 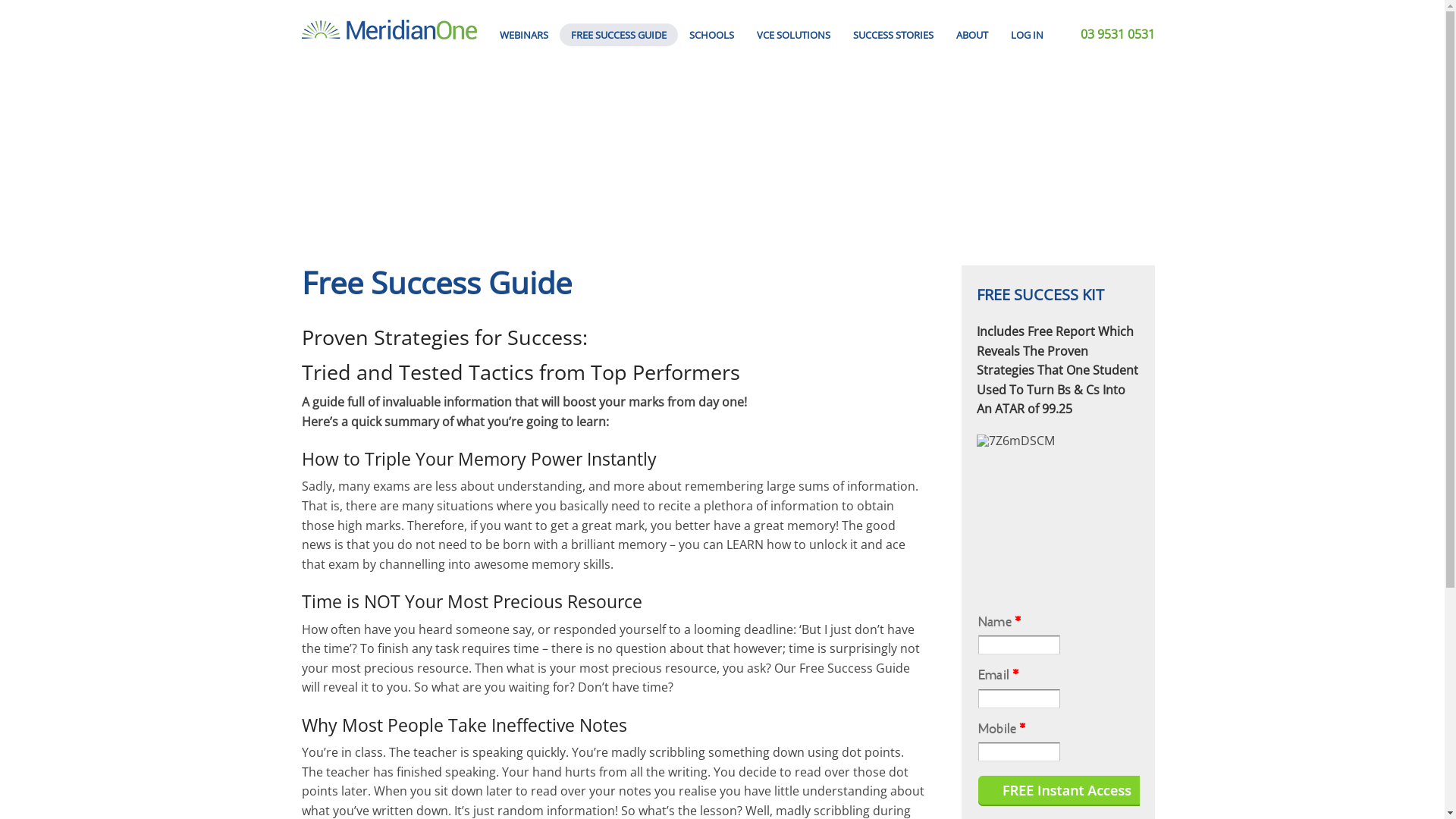 I want to click on 'SUCCESS STORIES', so click(x=893, y=34).